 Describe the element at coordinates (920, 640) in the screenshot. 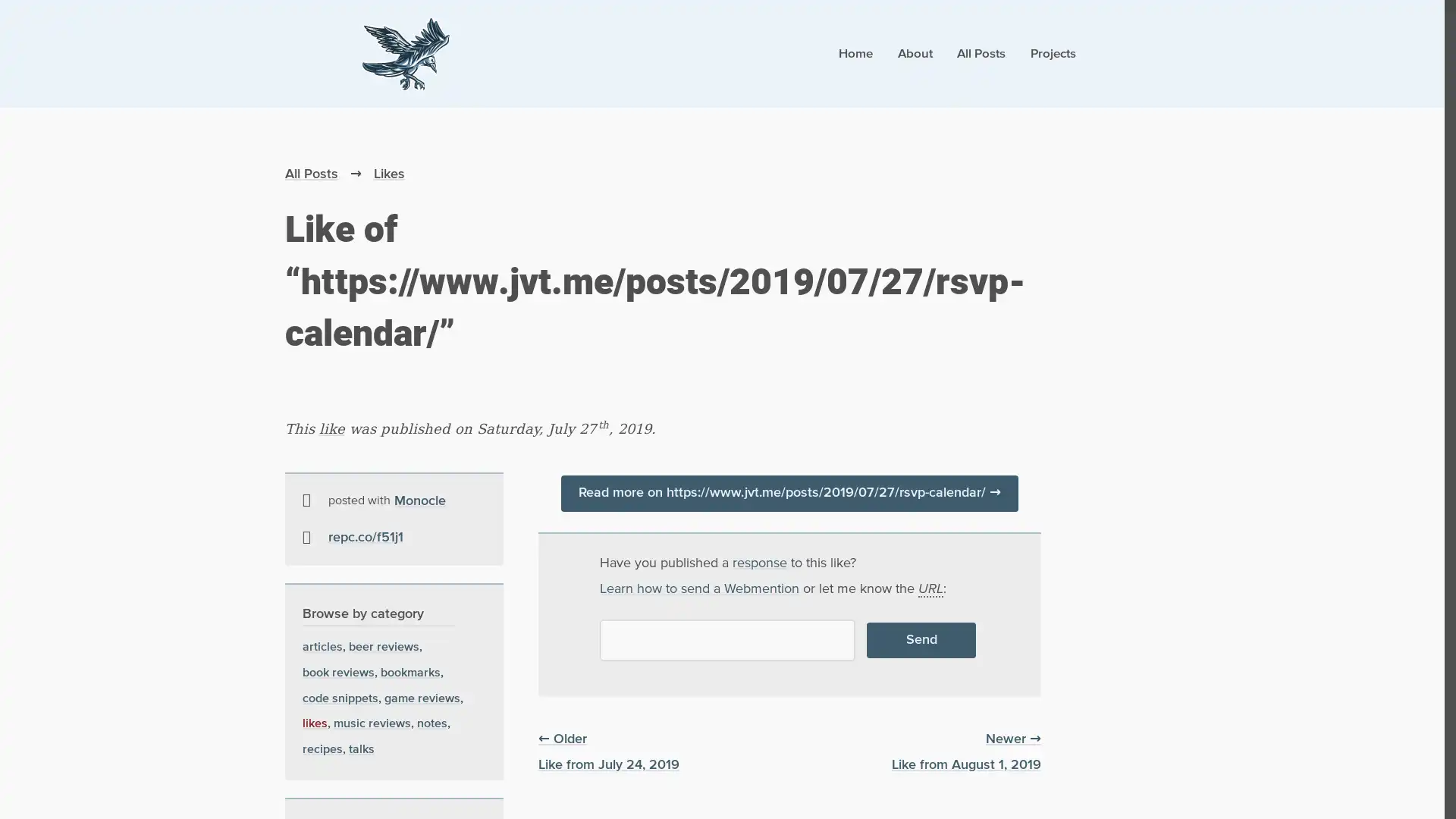

I see `Send` at that location.